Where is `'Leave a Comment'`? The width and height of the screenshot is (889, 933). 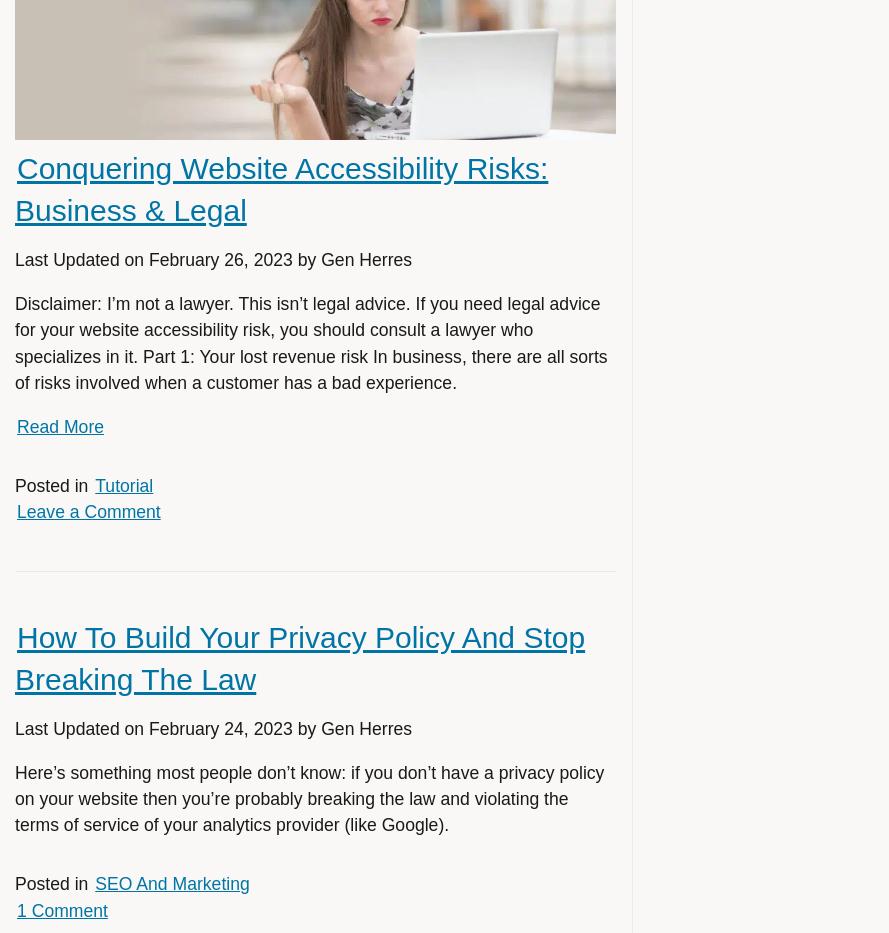
'Leave a Comment' is located at coordinates (87, 512).